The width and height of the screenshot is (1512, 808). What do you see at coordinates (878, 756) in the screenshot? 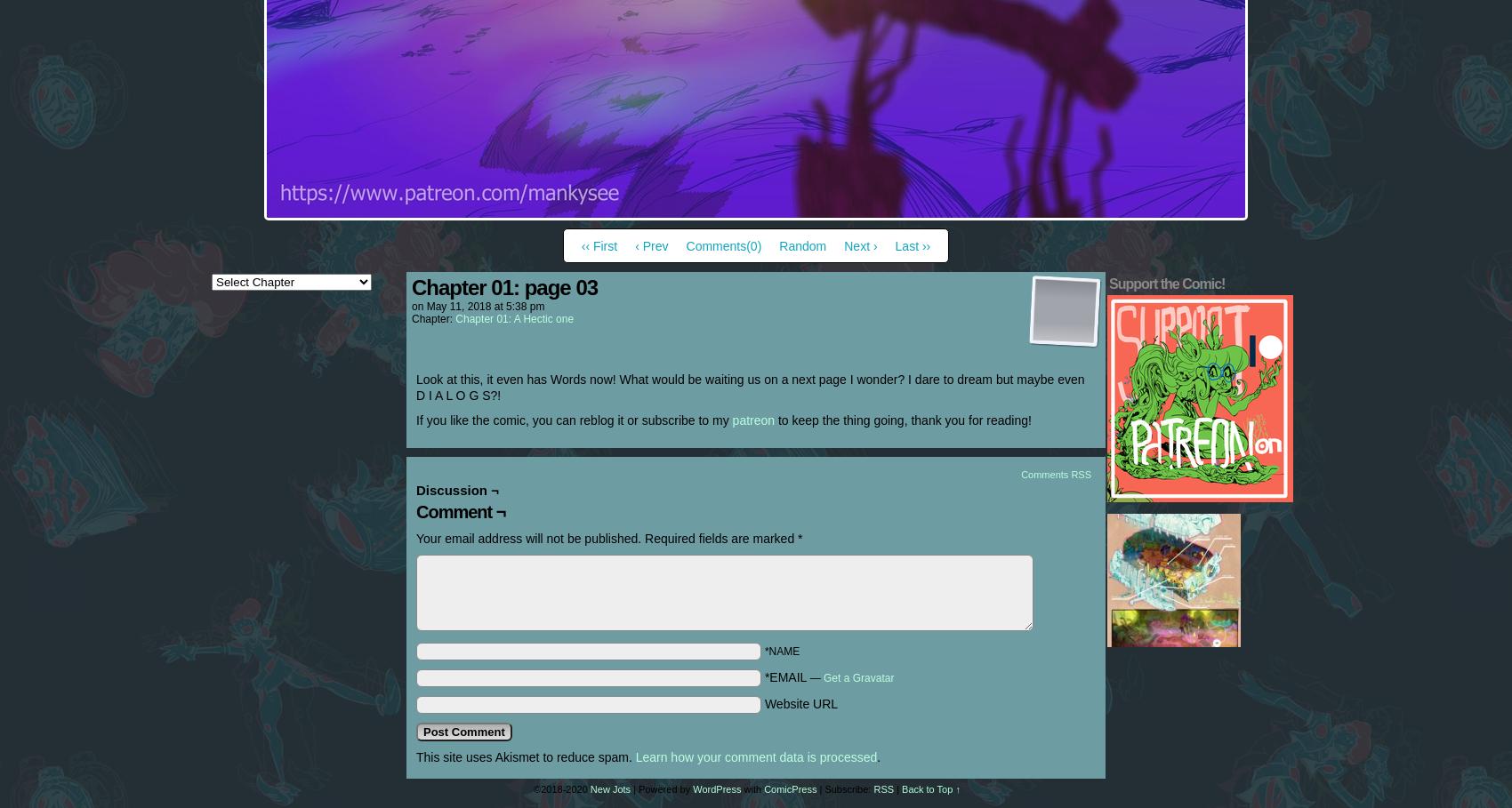
I see `'.'` at bounding box center [878, 756].